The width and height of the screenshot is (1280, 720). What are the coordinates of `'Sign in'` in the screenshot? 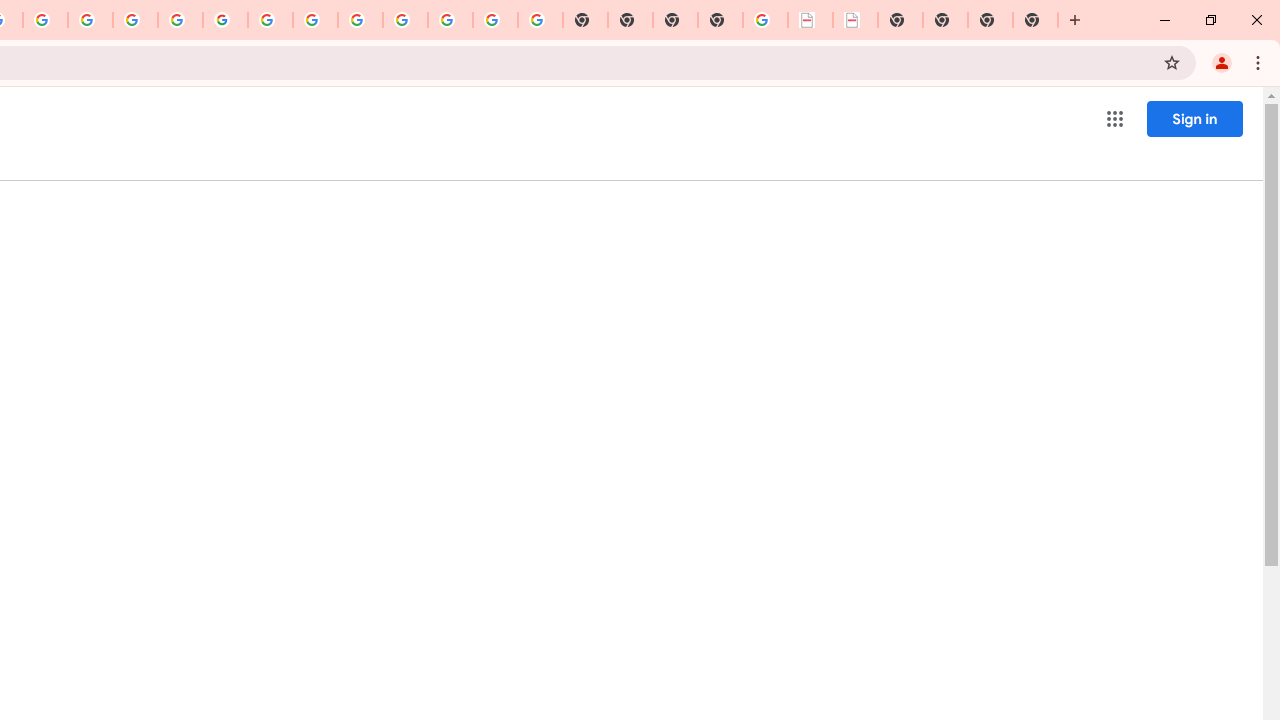 It's located at (1194, 118).